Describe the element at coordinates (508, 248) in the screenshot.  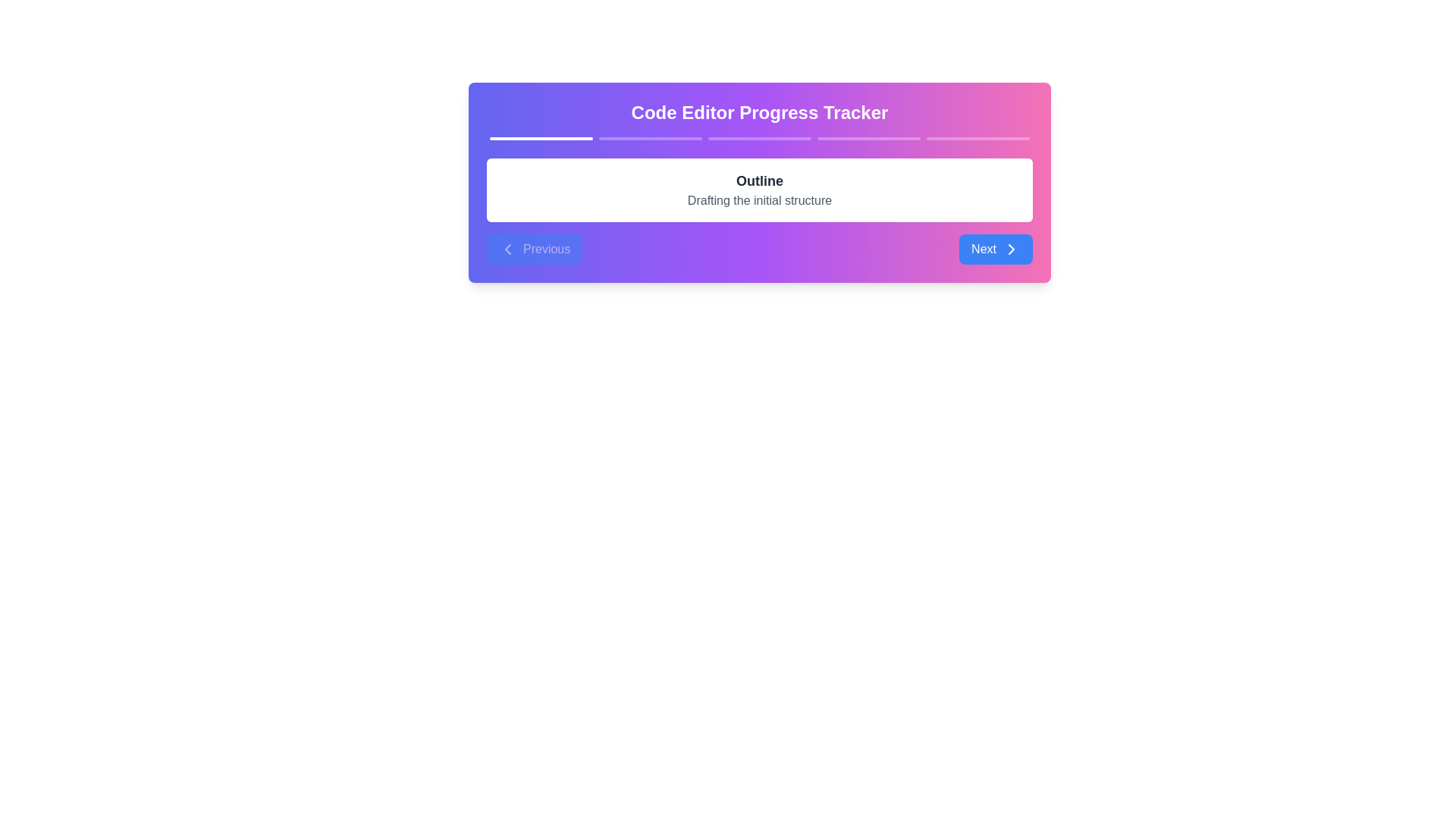
I see `the 'Previous' button by clicking on the leftward-pointing chevron icon to trigger navigation` at that location.